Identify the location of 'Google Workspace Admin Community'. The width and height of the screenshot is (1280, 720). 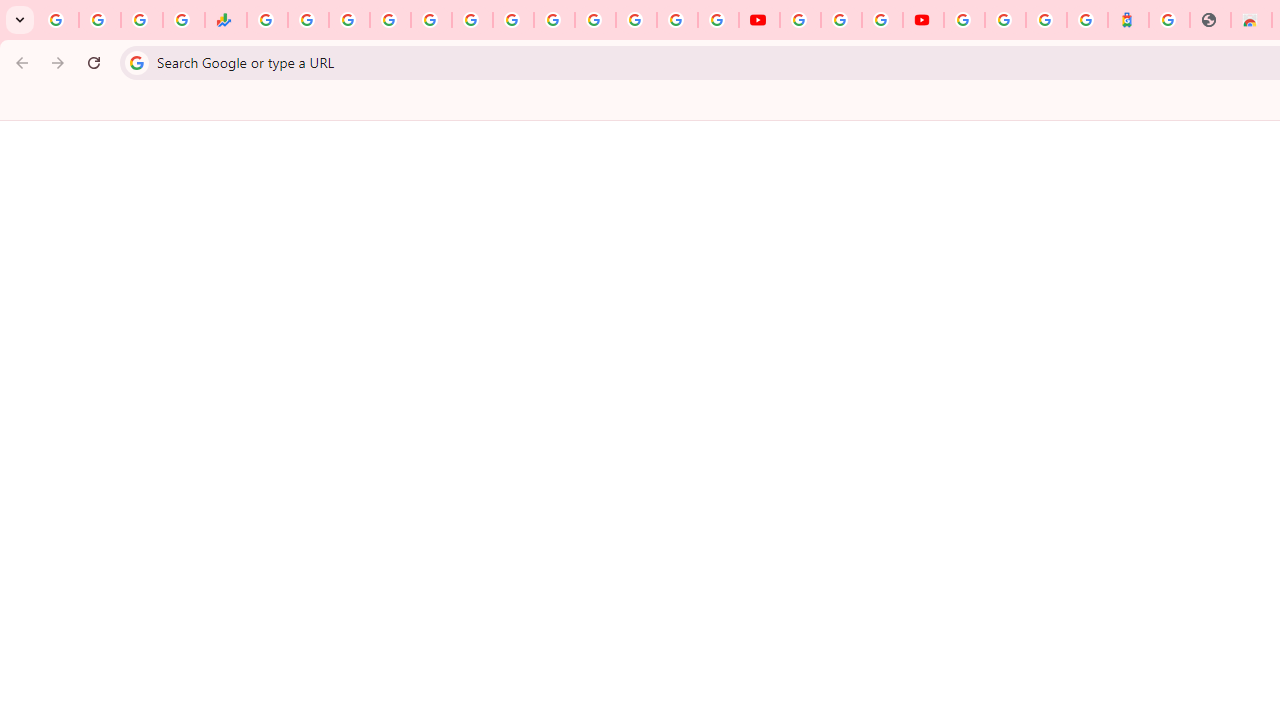
(58, 20).